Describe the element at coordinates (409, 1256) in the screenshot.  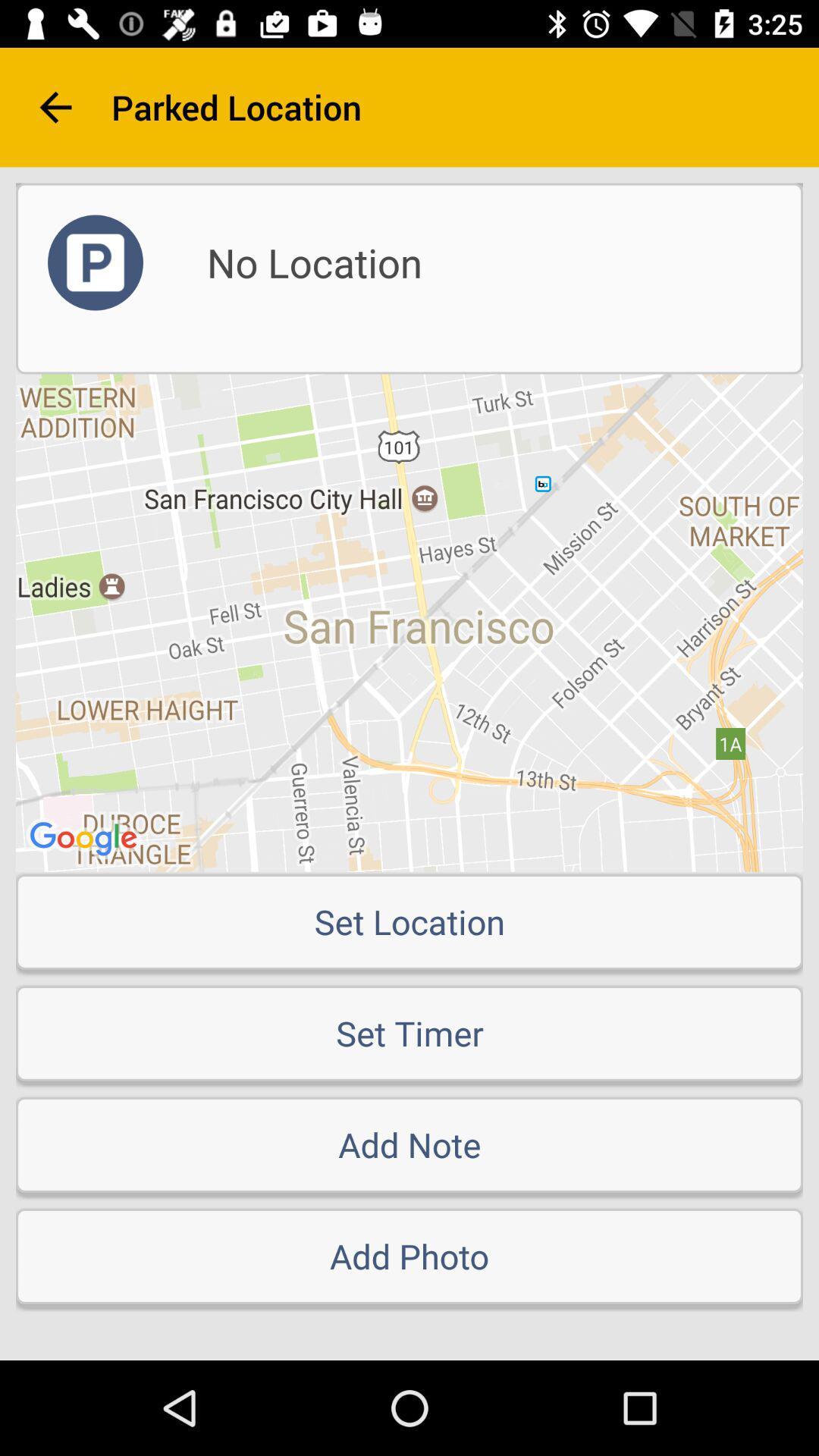
I see `add photo item` at that location.